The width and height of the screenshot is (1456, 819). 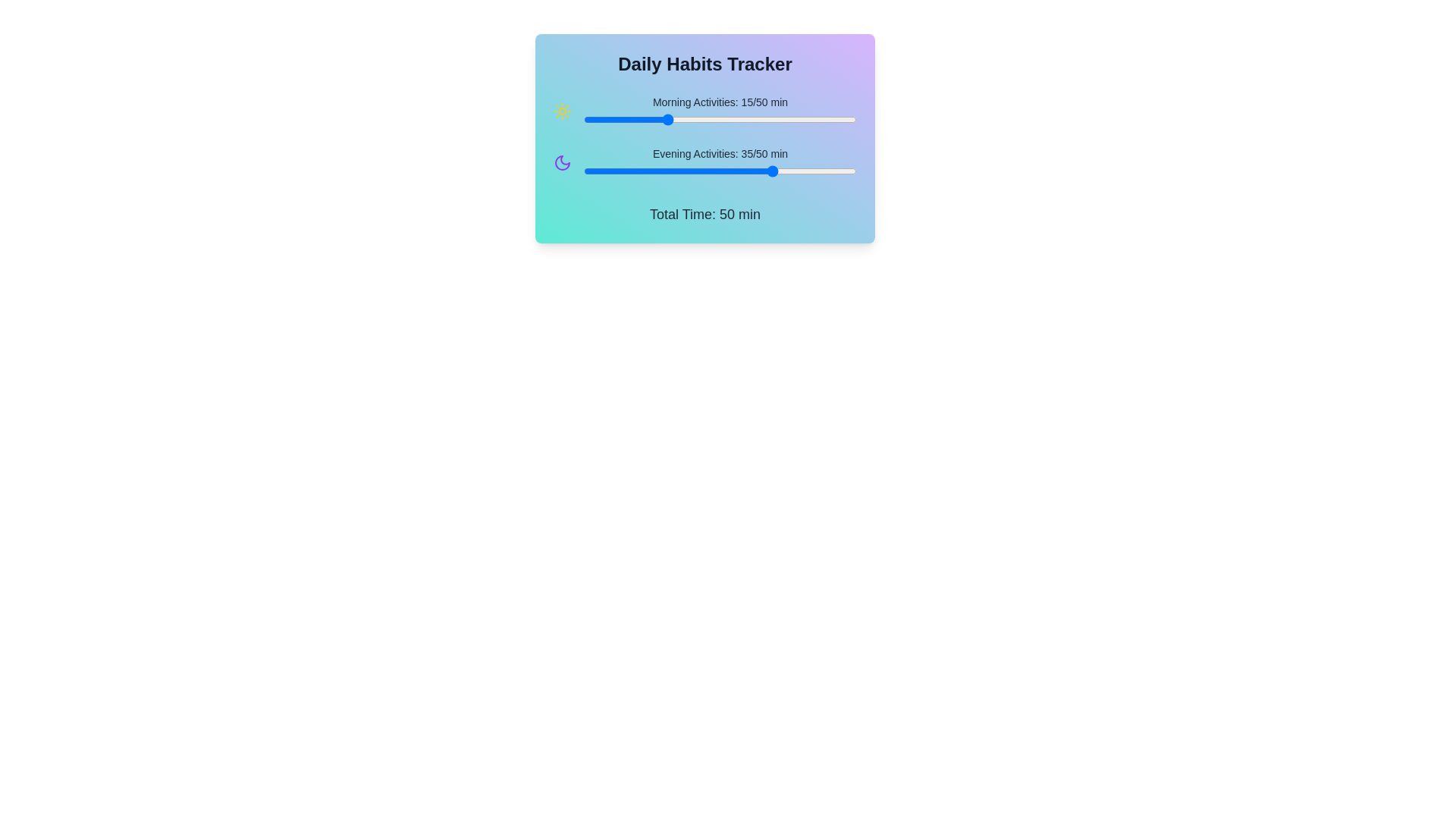 What do you see at coordinates (725, 171) in the screenshot?
I see `the evening activity time` at bounding box center [725, 171].